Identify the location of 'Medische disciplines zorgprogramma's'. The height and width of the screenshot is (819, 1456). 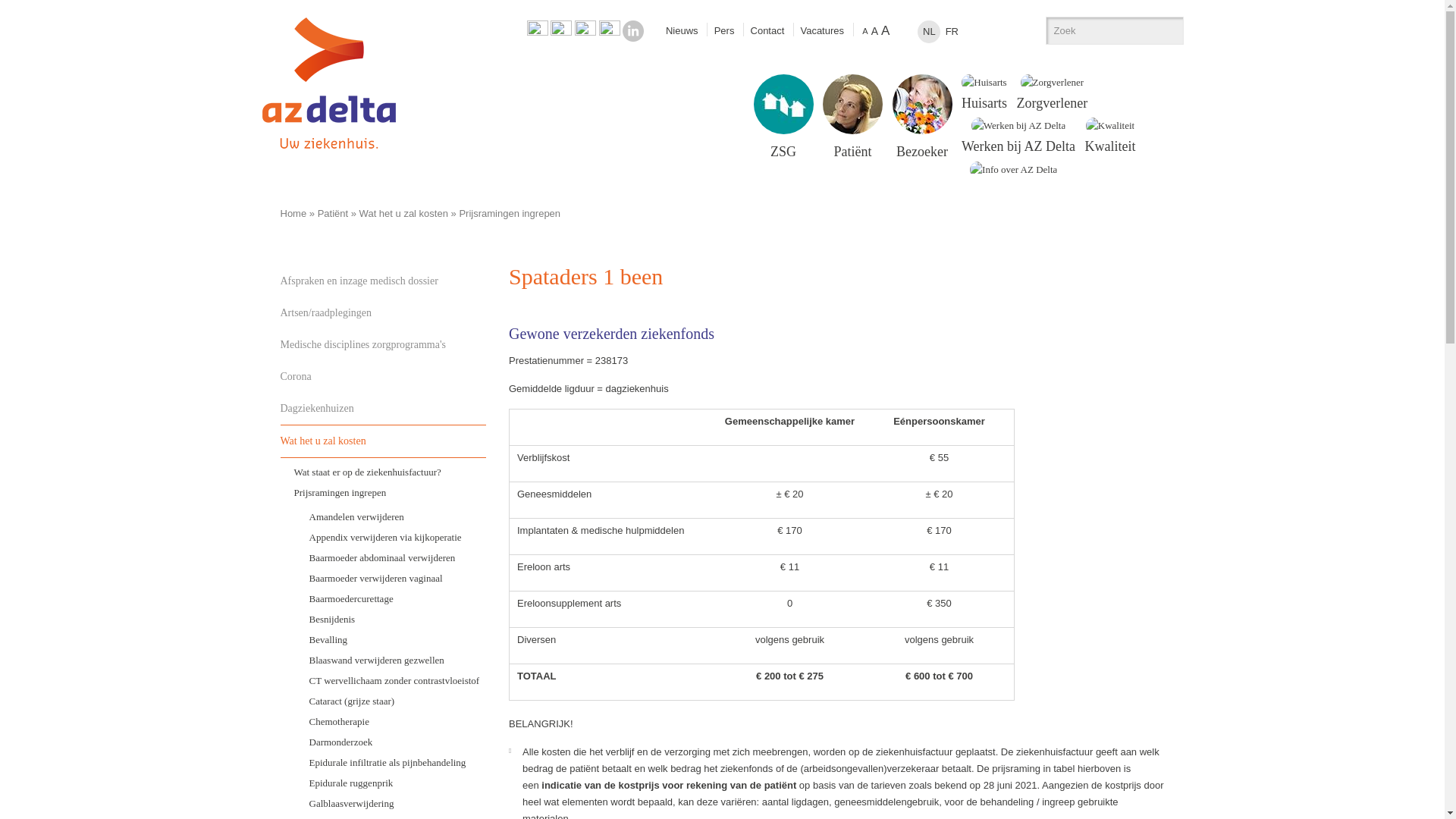
(383, 345).